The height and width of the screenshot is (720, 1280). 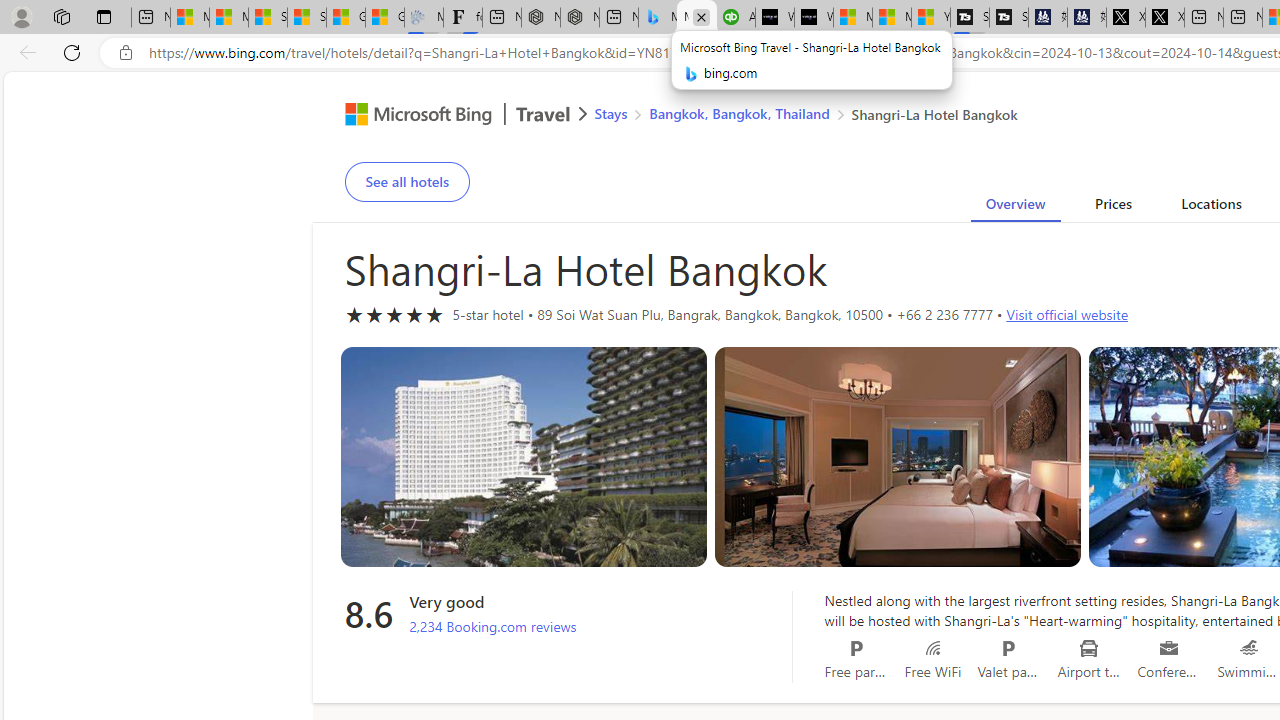 I want to click on 'Overview', so click(x=1015, y=207).